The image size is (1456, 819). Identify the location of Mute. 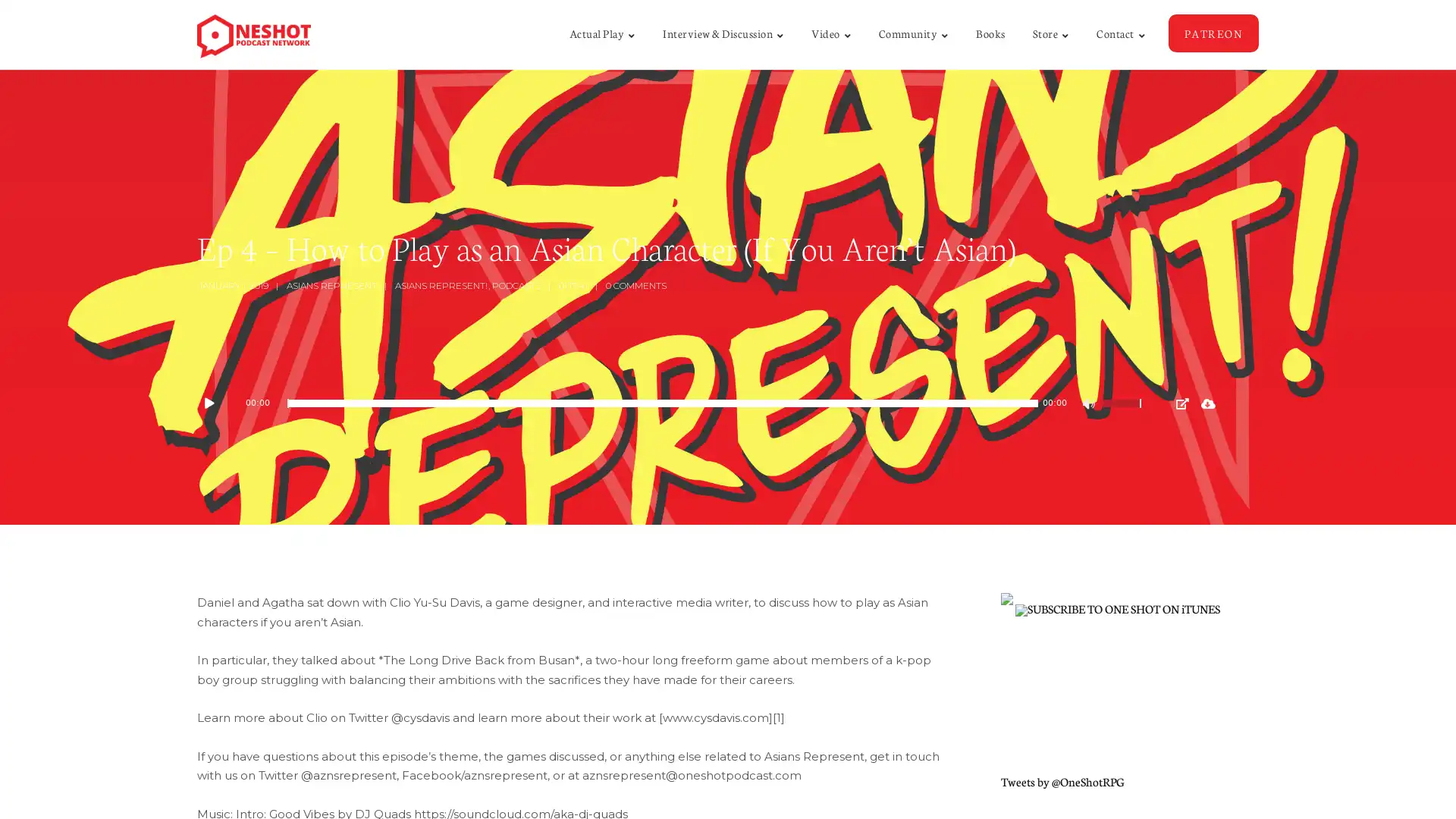
(1090, 405).